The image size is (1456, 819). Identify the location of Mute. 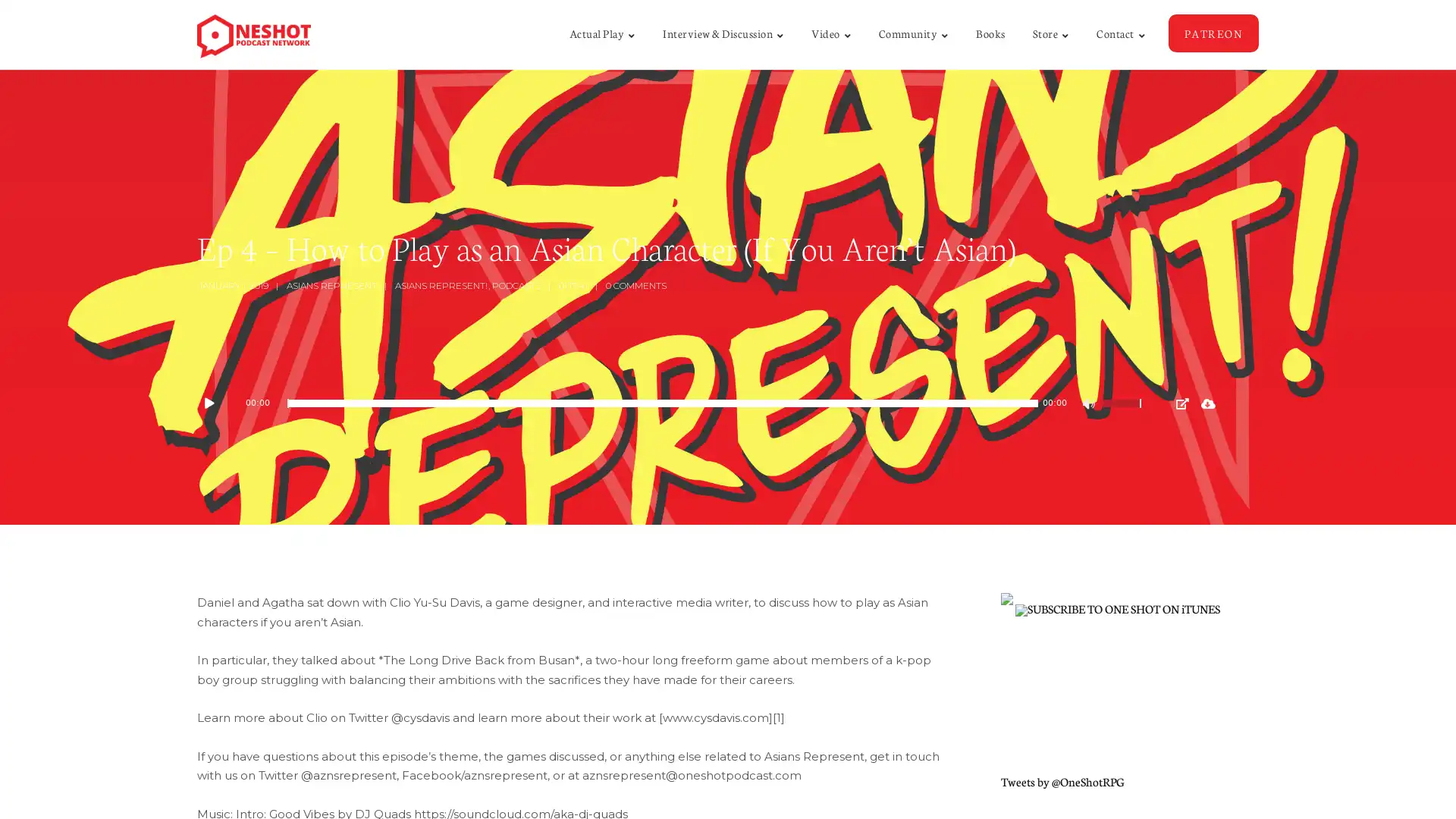
(1090, 405).